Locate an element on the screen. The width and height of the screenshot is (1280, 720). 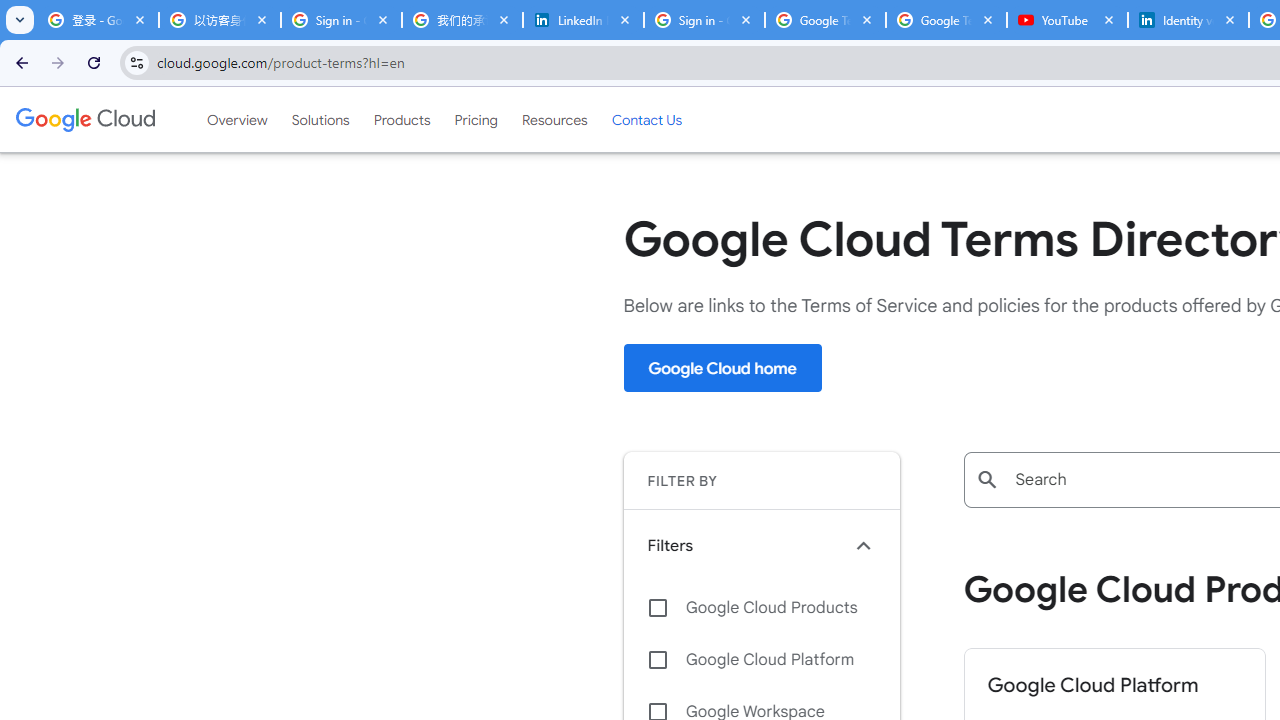
'Contact Us' is located at coordinates (647, 119).